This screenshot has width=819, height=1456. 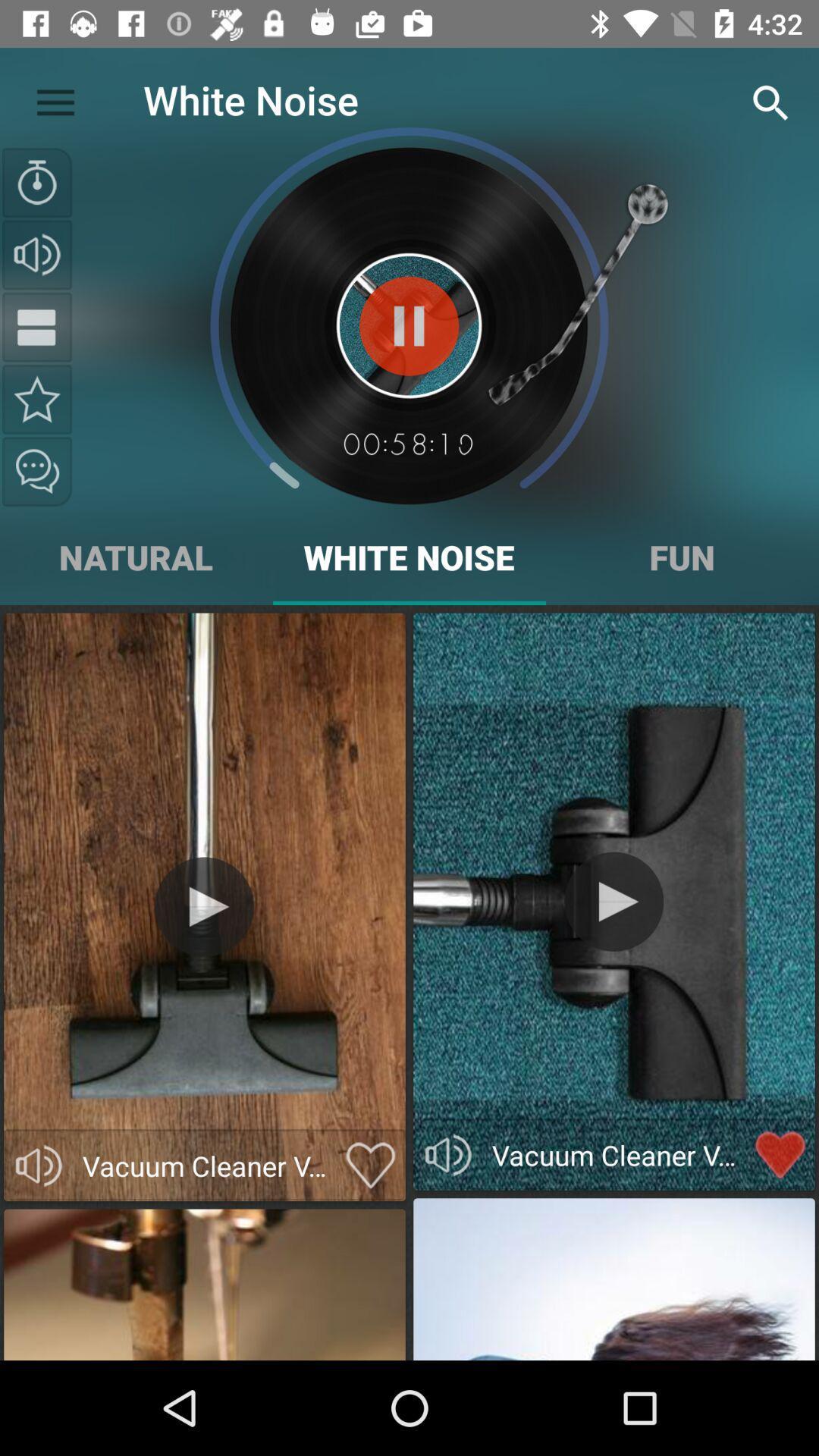 What do you see at coordinates (36, 399) in the screenshot?
I see `to favorites` at bounding box center [36, 399].